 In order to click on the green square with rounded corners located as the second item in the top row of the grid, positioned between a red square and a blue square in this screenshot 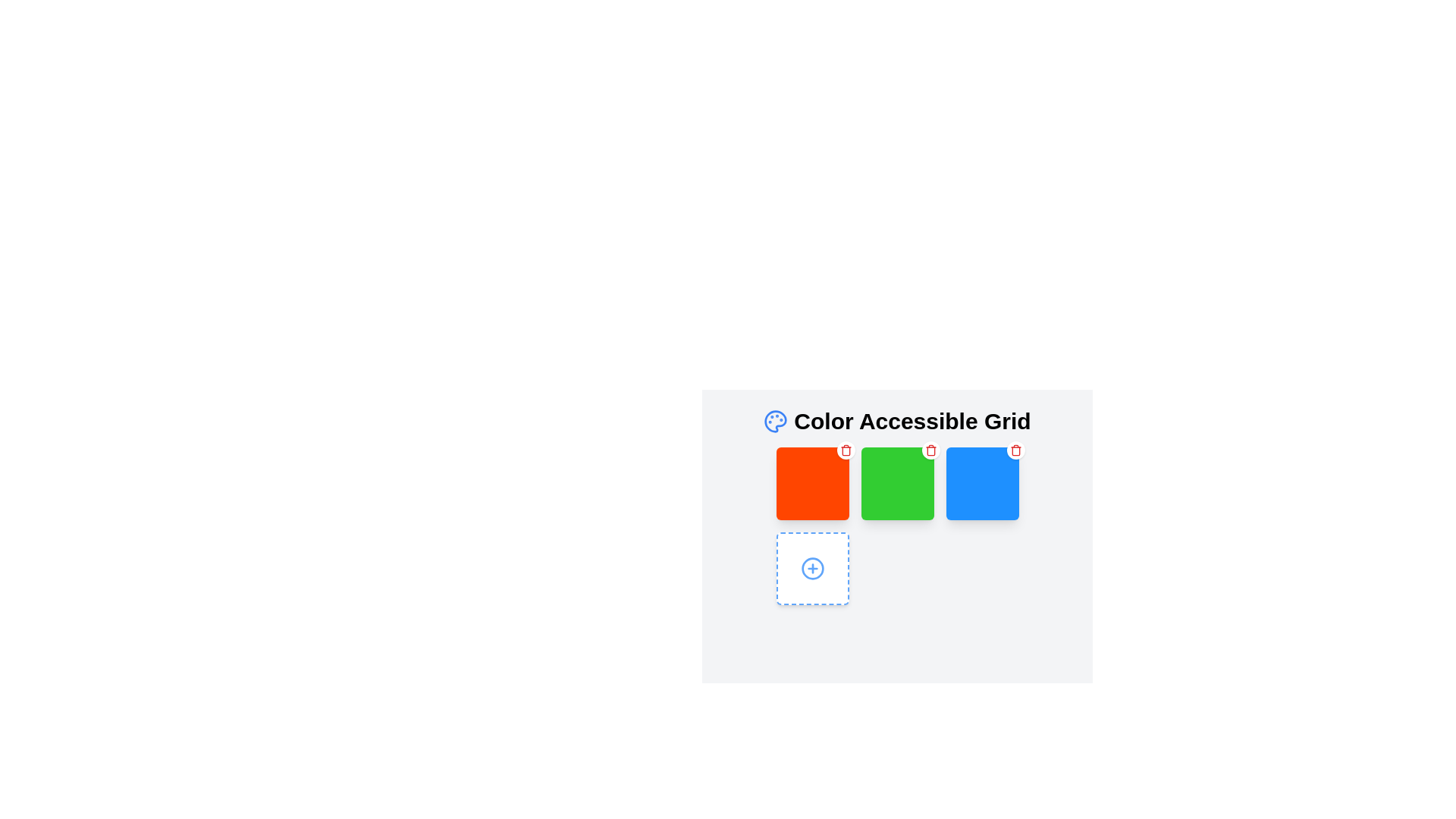, I will do `click(897, 483)`.